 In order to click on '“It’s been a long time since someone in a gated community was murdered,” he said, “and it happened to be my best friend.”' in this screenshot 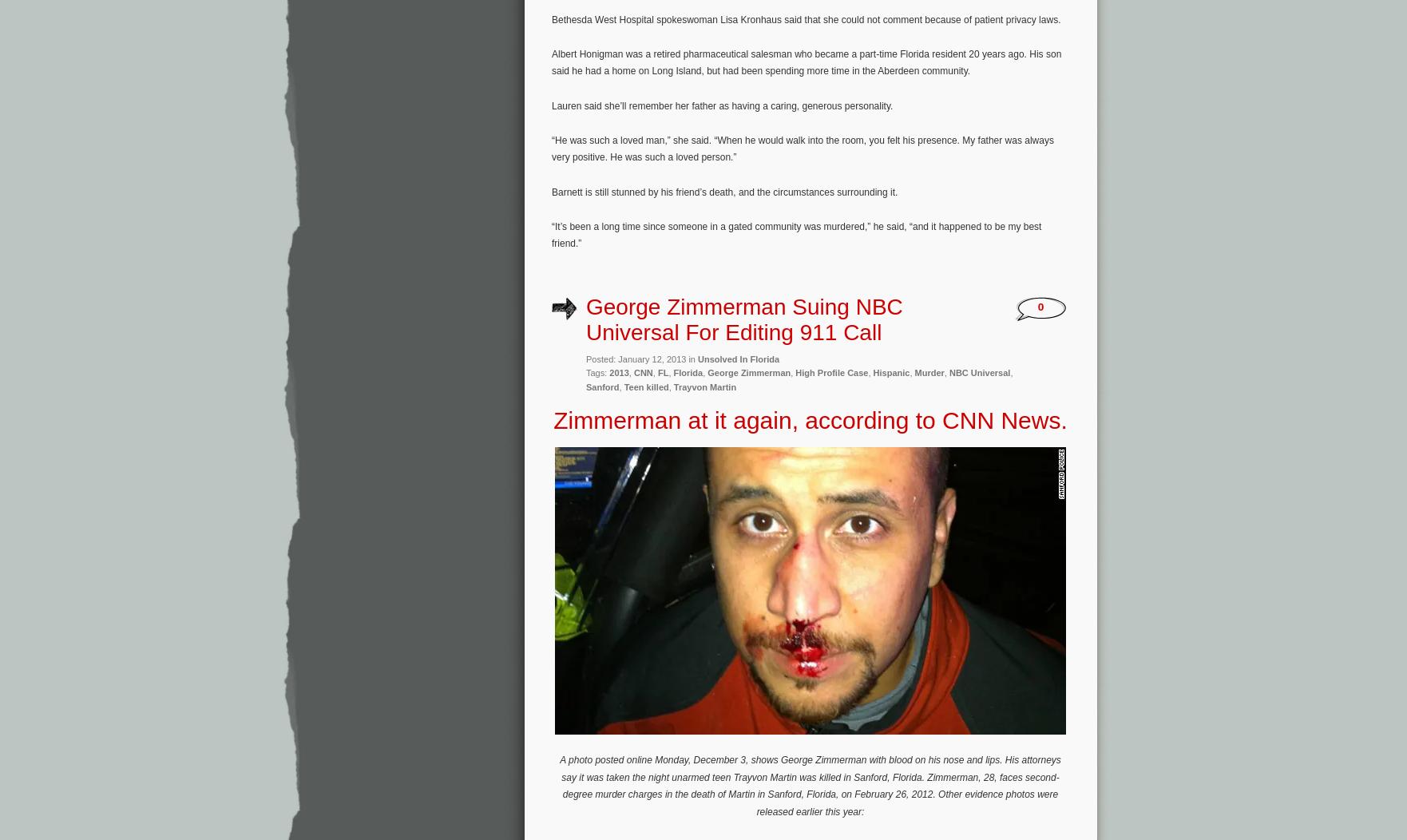, I will do `click(796, 235)`.